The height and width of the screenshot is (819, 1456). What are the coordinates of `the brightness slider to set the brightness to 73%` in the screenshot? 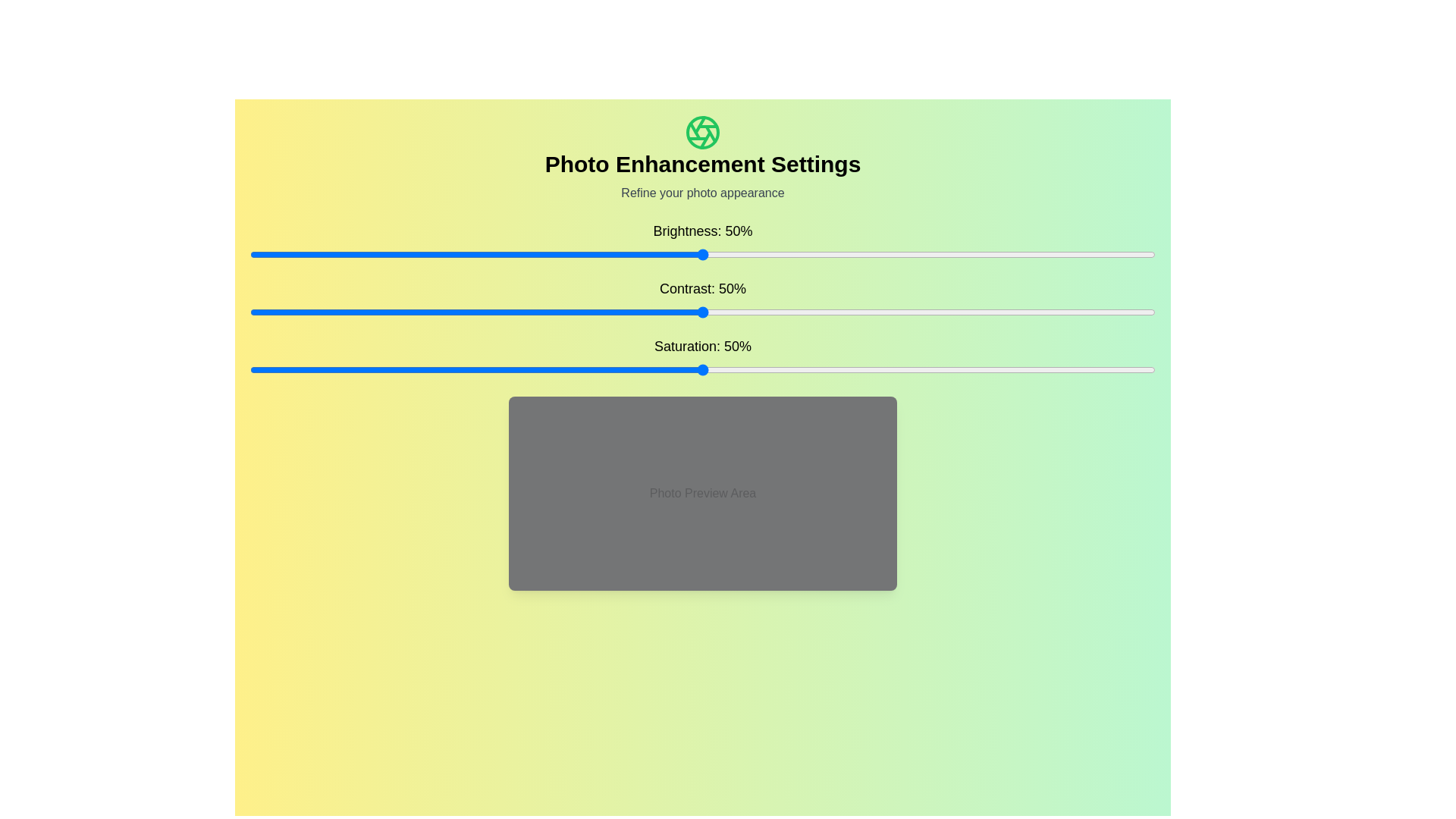 It's located at (910, 253).